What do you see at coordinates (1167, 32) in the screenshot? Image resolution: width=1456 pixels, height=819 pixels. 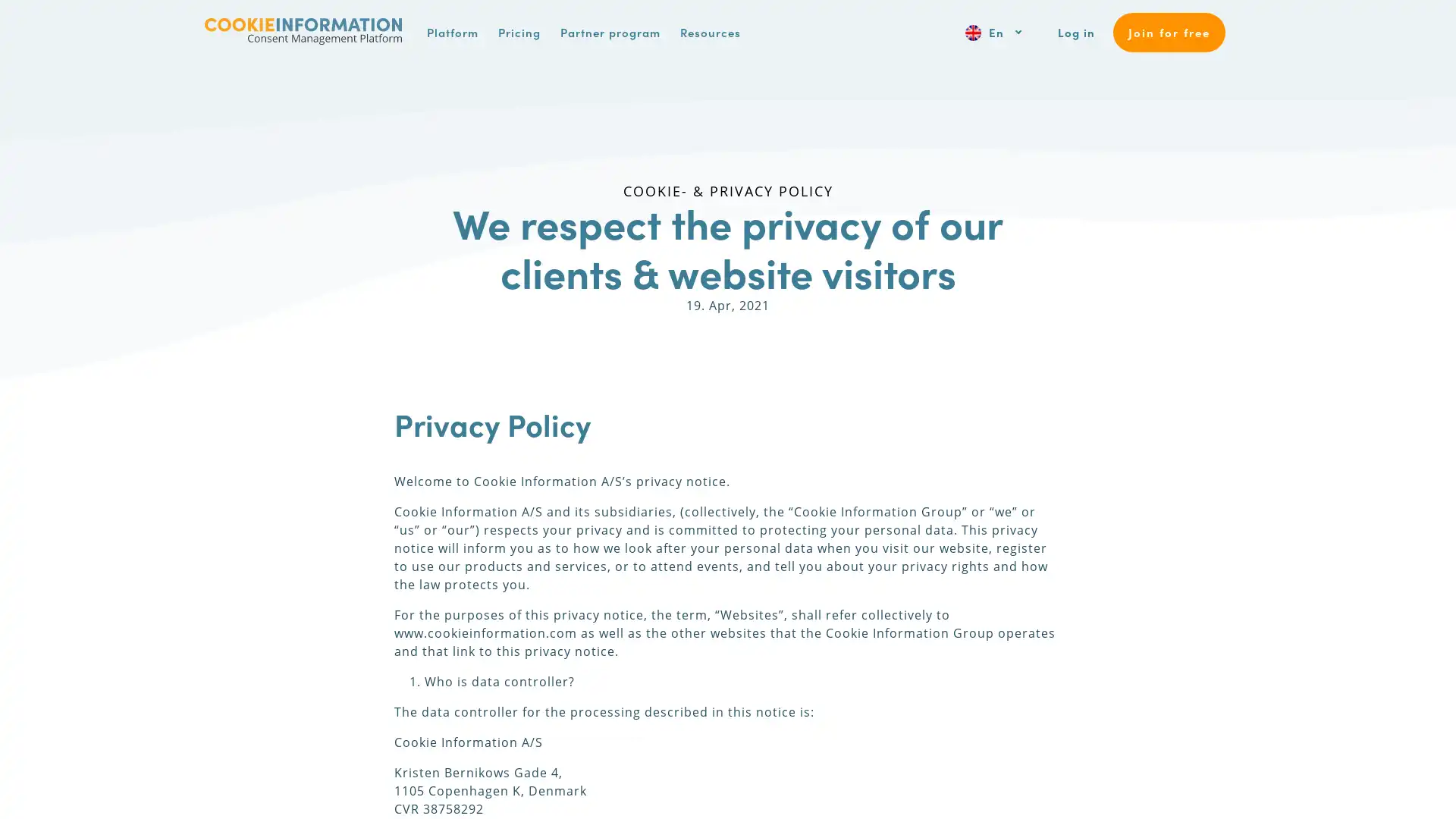 I see `Join for free` at bounding box center [1167, 32].